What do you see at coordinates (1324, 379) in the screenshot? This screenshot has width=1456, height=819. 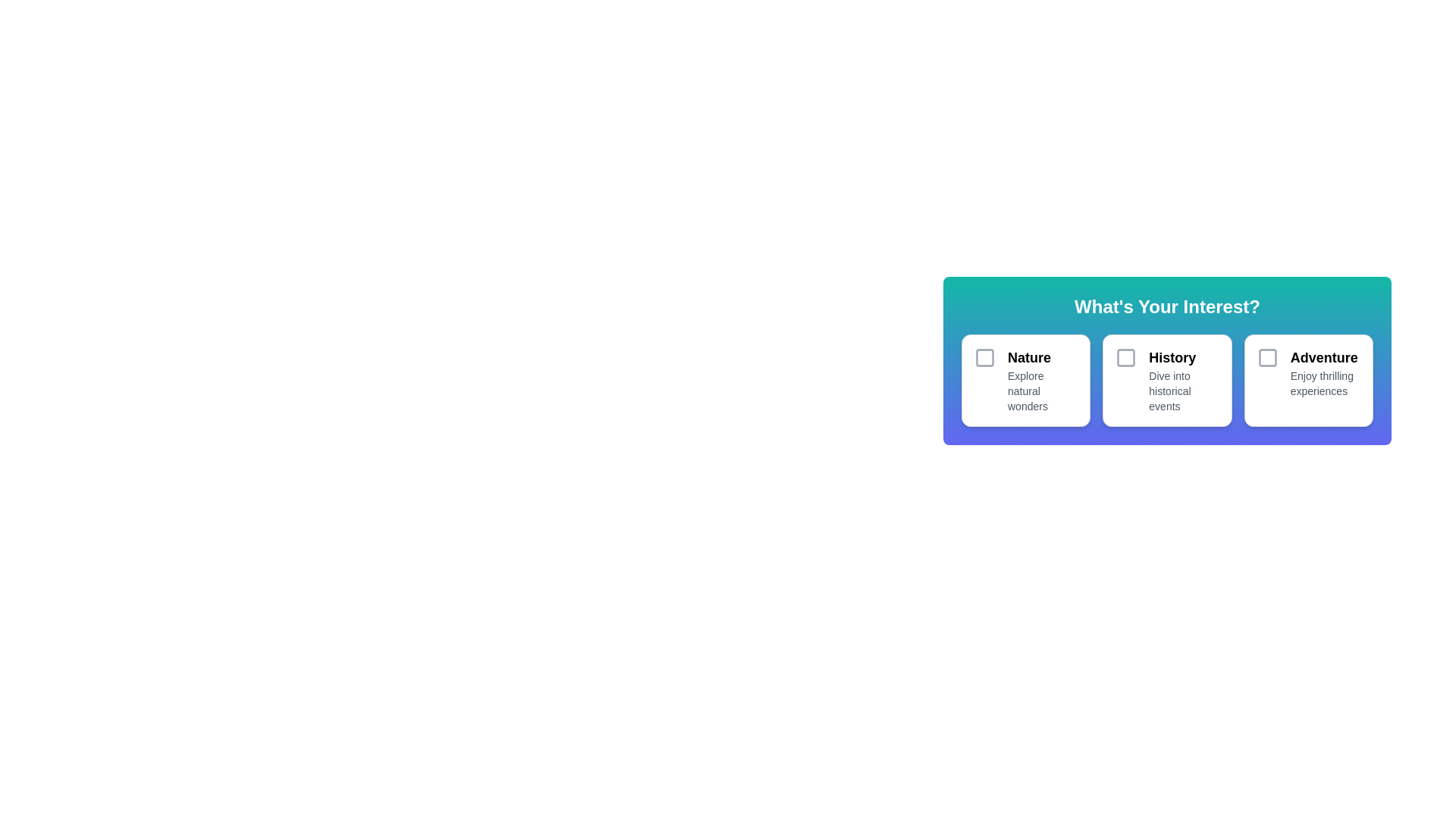 I see `information presented in the text block element that contains 'Adventure' and 'Enjoy thrilling experiences', which is located in the rightmost box under 'What's Your Interest?'` at bounding box center [1324, 379].